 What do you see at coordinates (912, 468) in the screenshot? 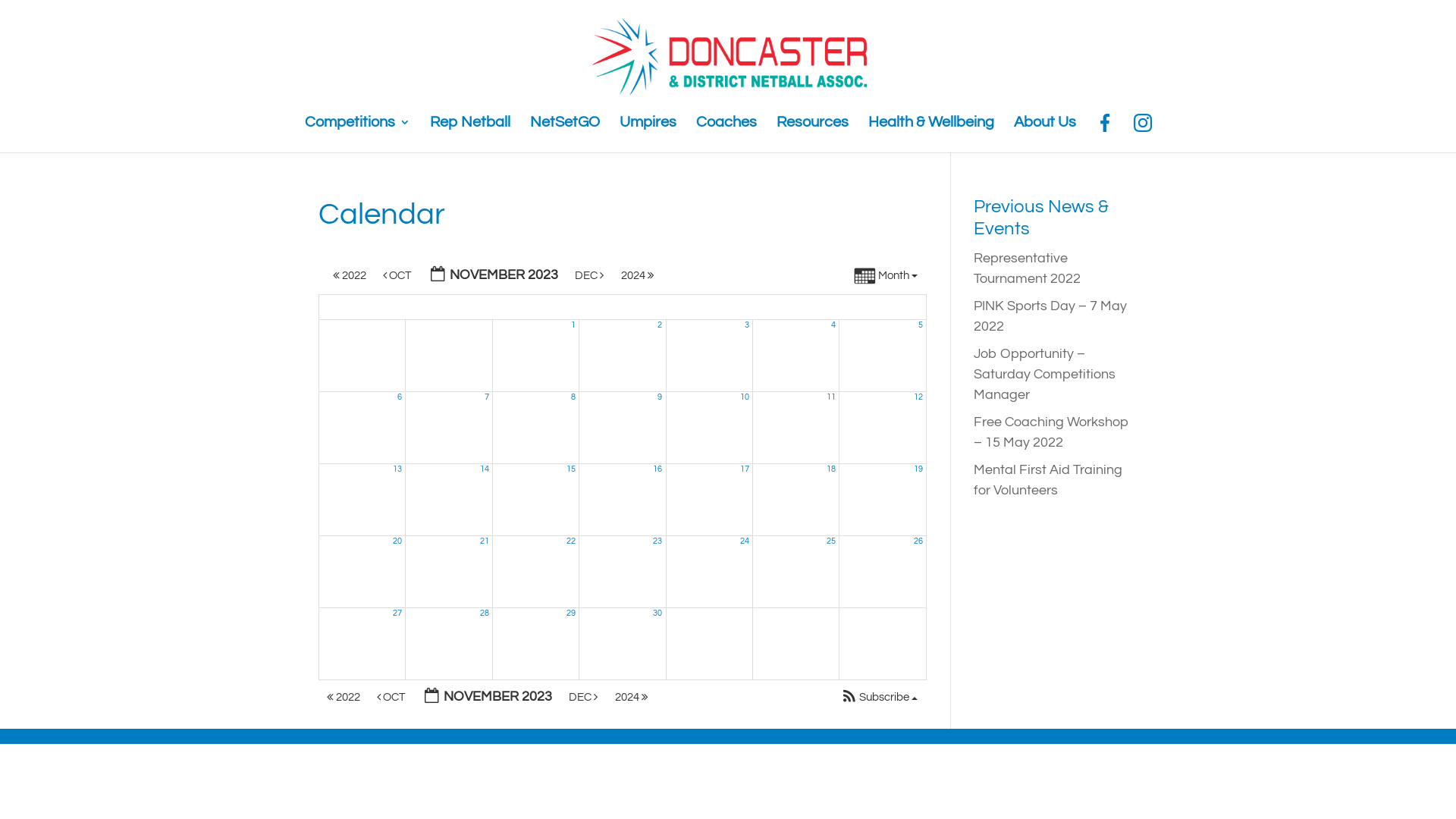
I see `'19'` at bounding box center [912, 468].